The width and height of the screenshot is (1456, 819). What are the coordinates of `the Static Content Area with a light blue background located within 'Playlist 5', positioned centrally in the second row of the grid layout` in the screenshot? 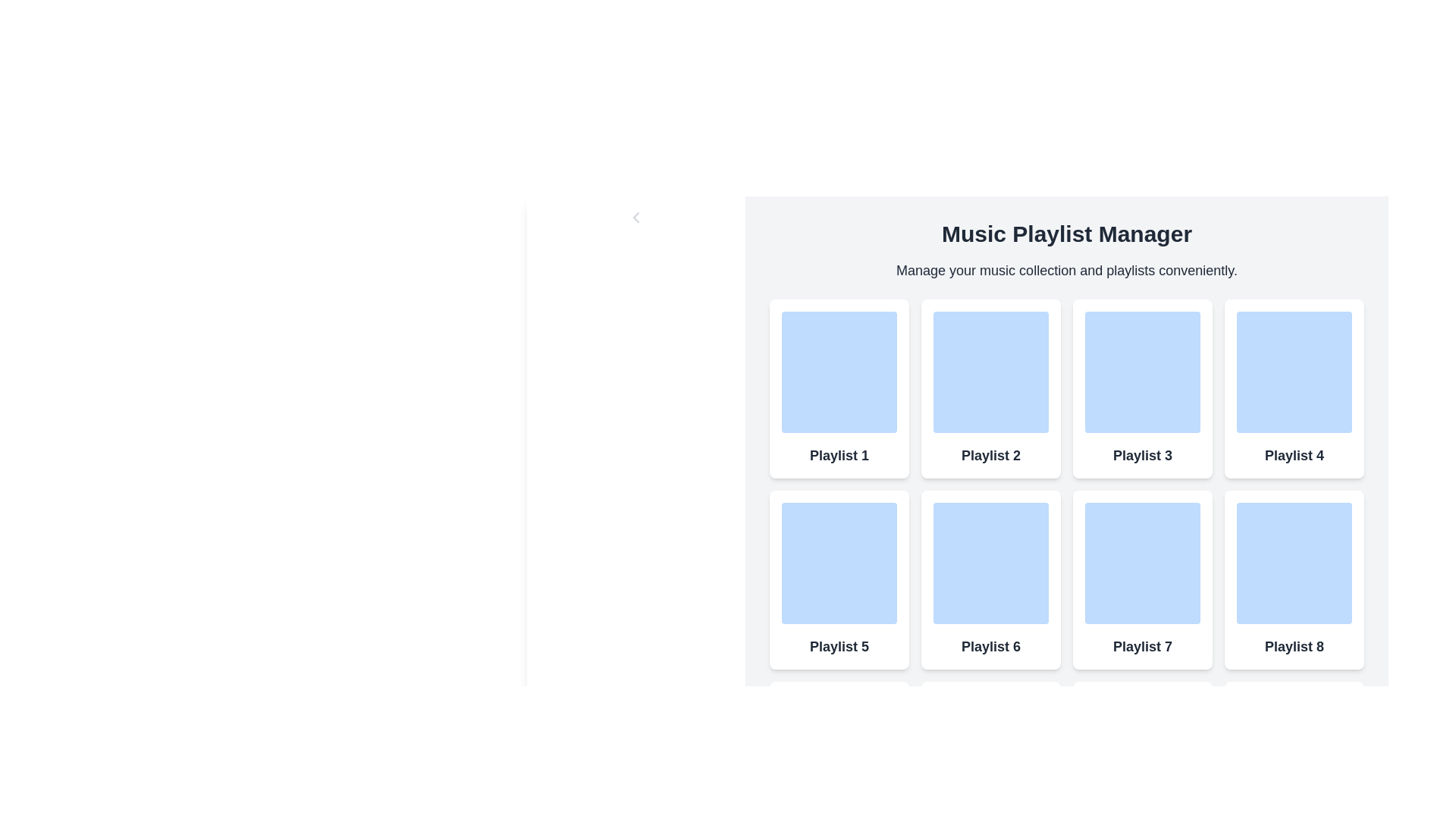 It's located at (839, 563).